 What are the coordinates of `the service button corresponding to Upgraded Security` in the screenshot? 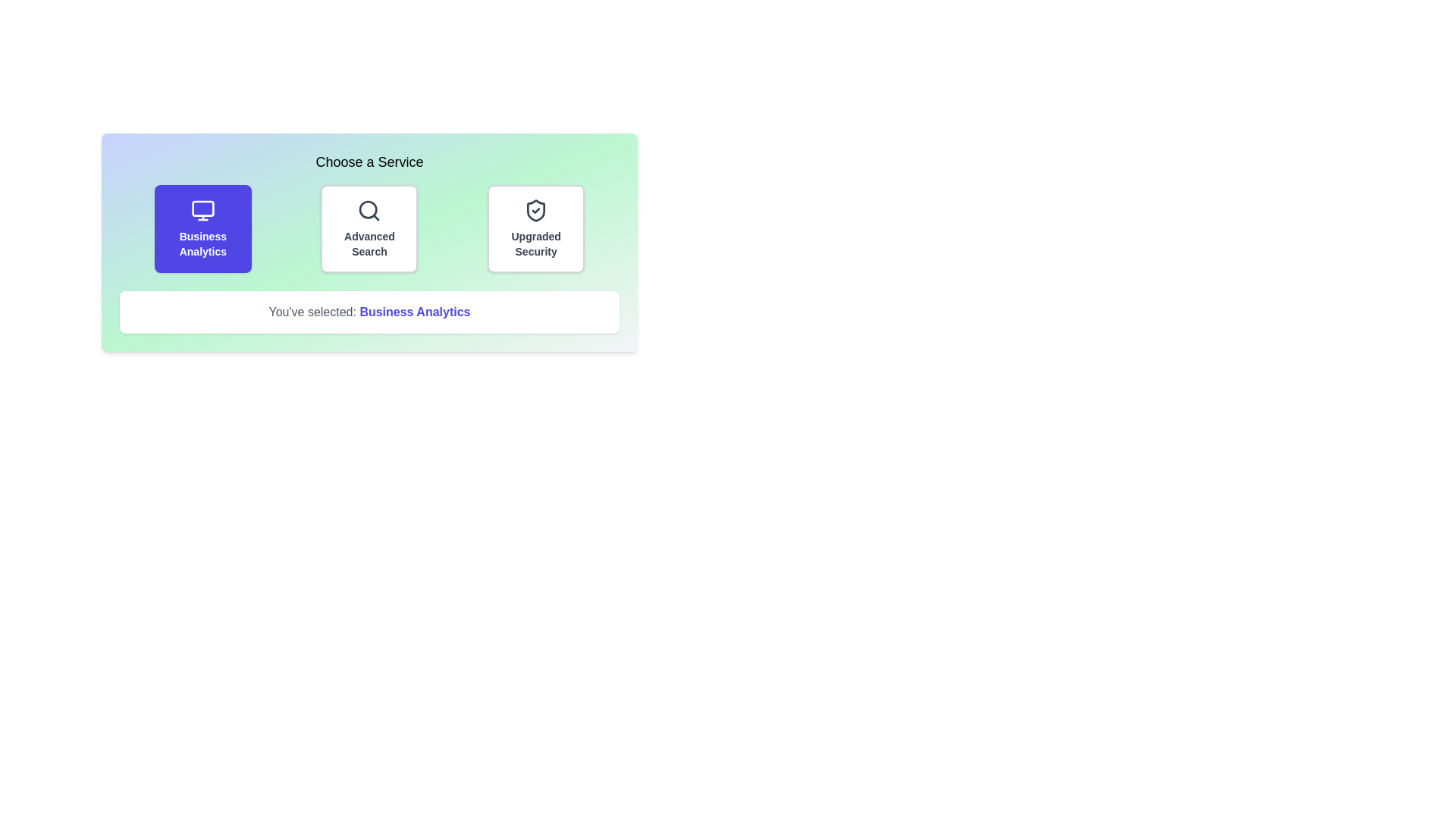 It's located at (536, 228).